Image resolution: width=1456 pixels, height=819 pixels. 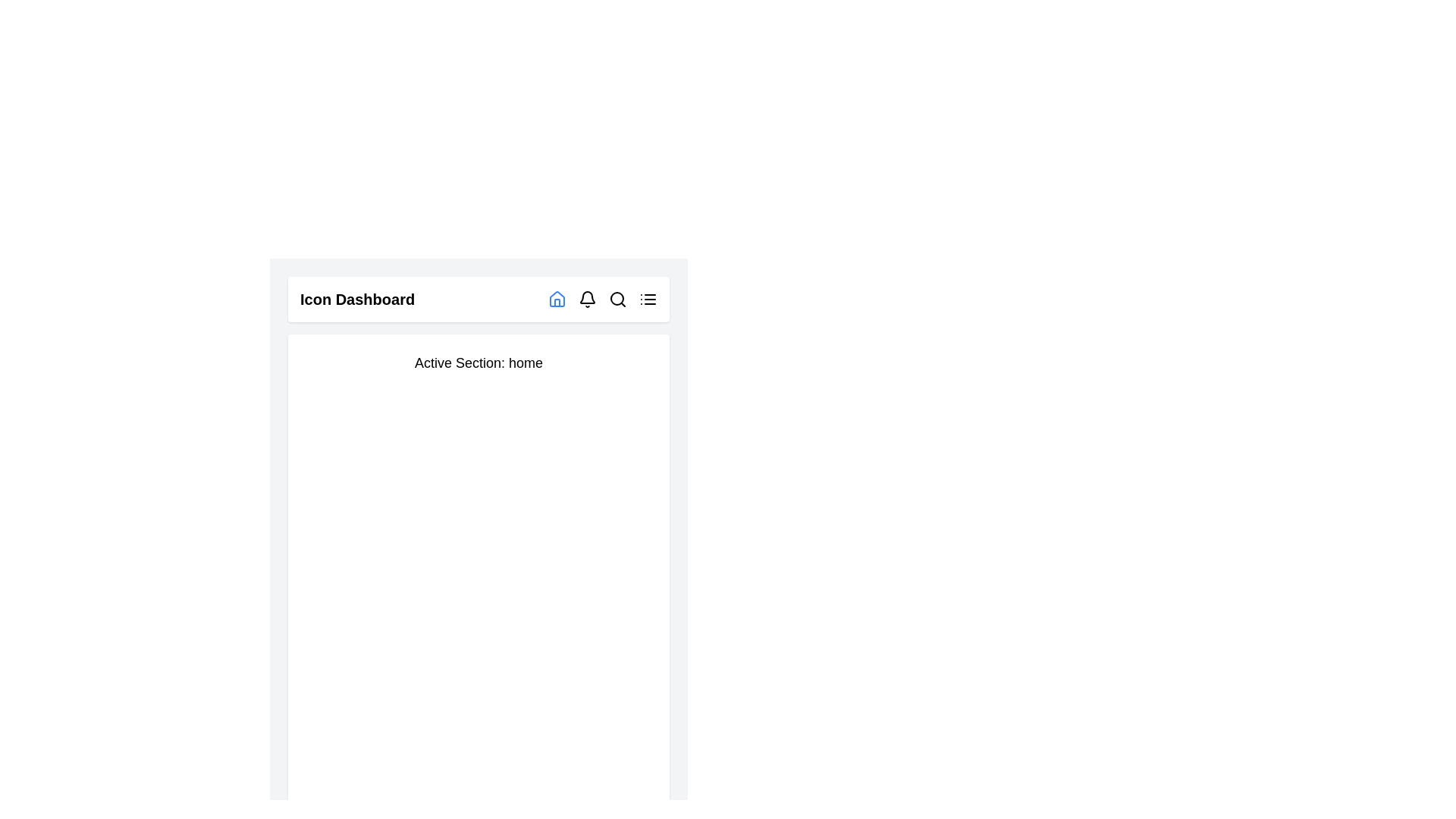 I want to click on the doorway element of the house icon located in the top navigation bar, which is positioned to the left of the bell icon and the magnifying glass icon, so click(x=556, y=303).